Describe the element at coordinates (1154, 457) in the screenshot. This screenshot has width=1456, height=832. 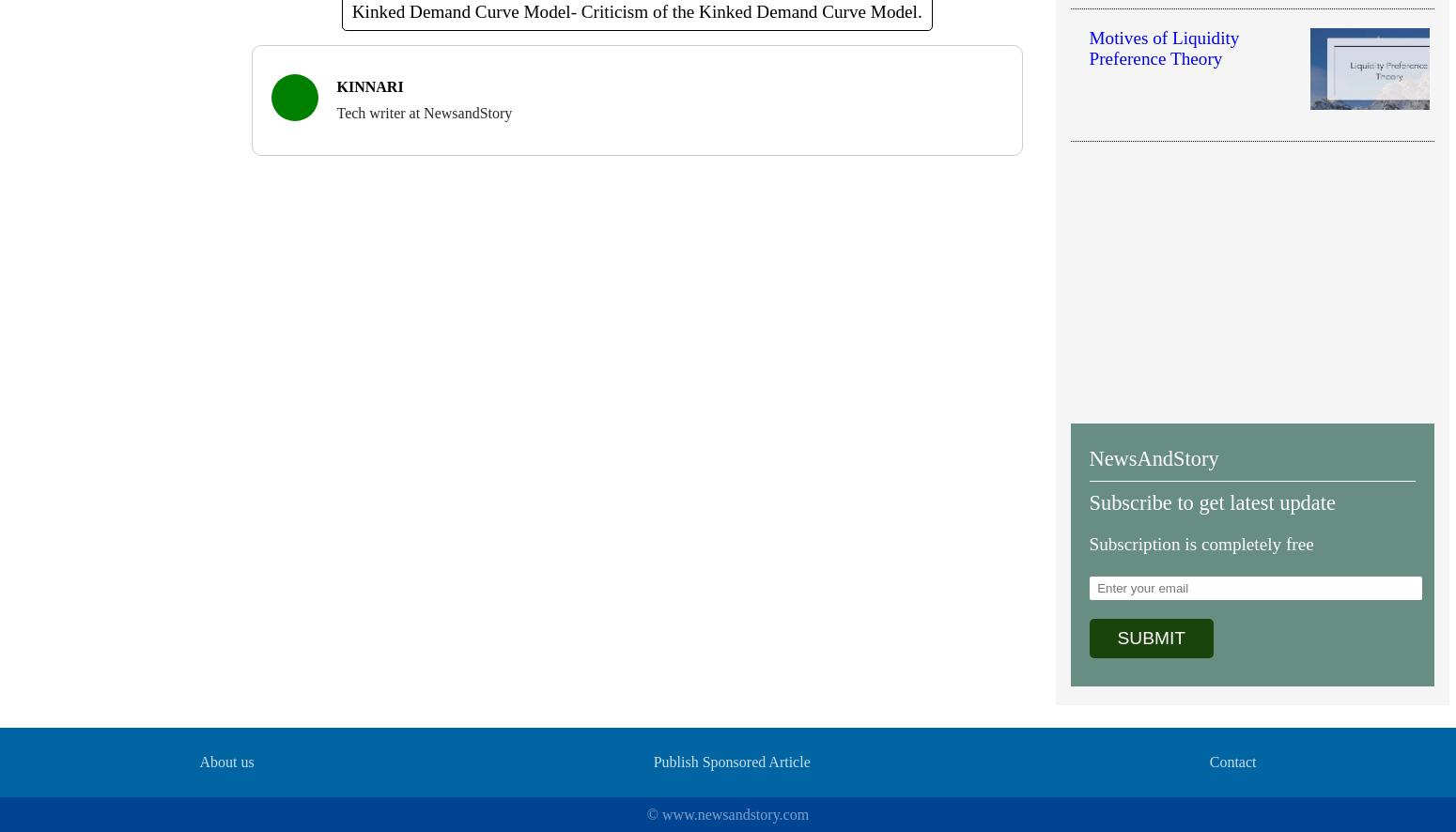
I see `'NewsAndStory'` at that location.